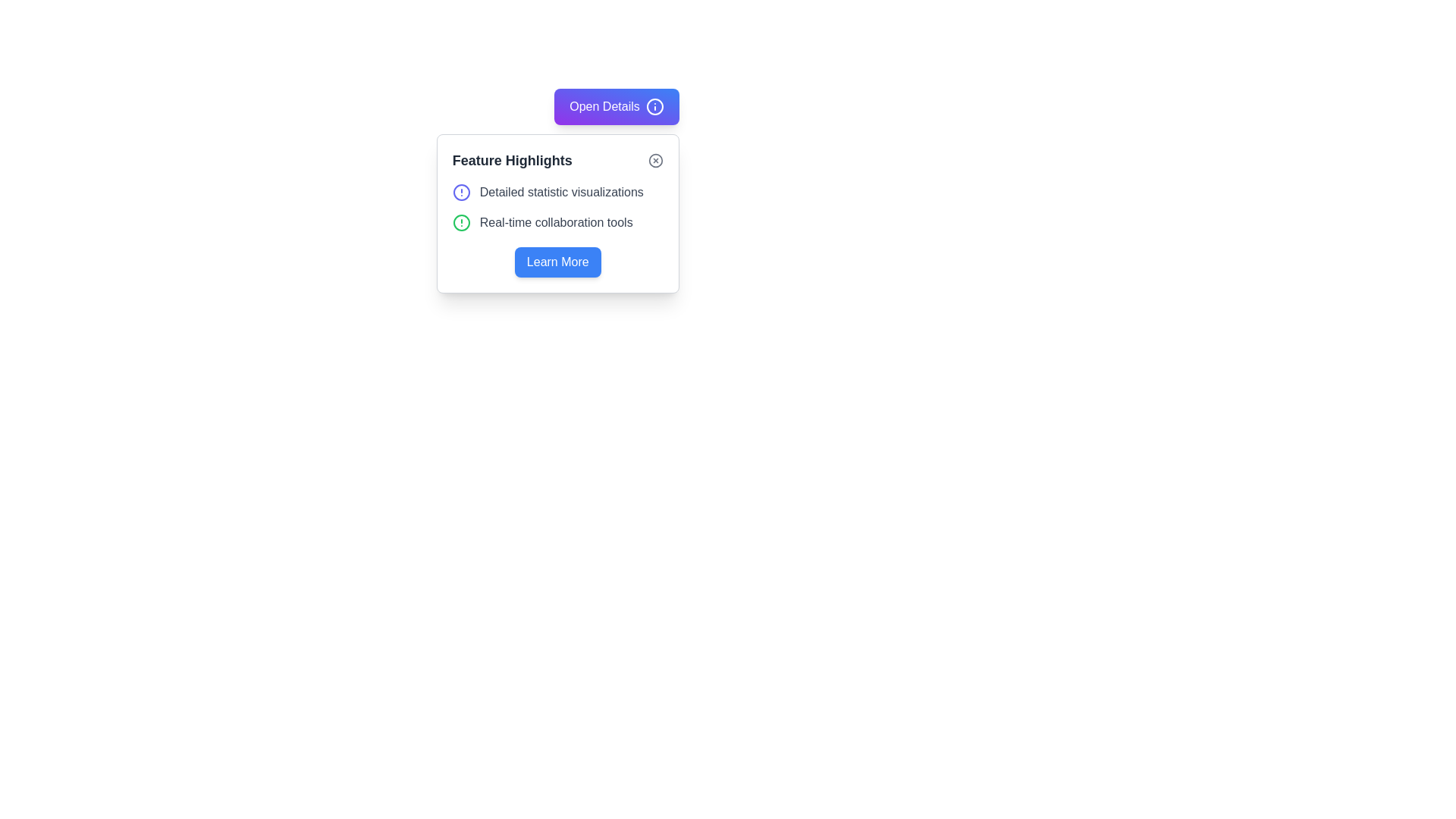  What do you see at coordinates (557, 262) in the screenshot?
I see `the bottom-most button within the white card` at bounding box center [557, 262].